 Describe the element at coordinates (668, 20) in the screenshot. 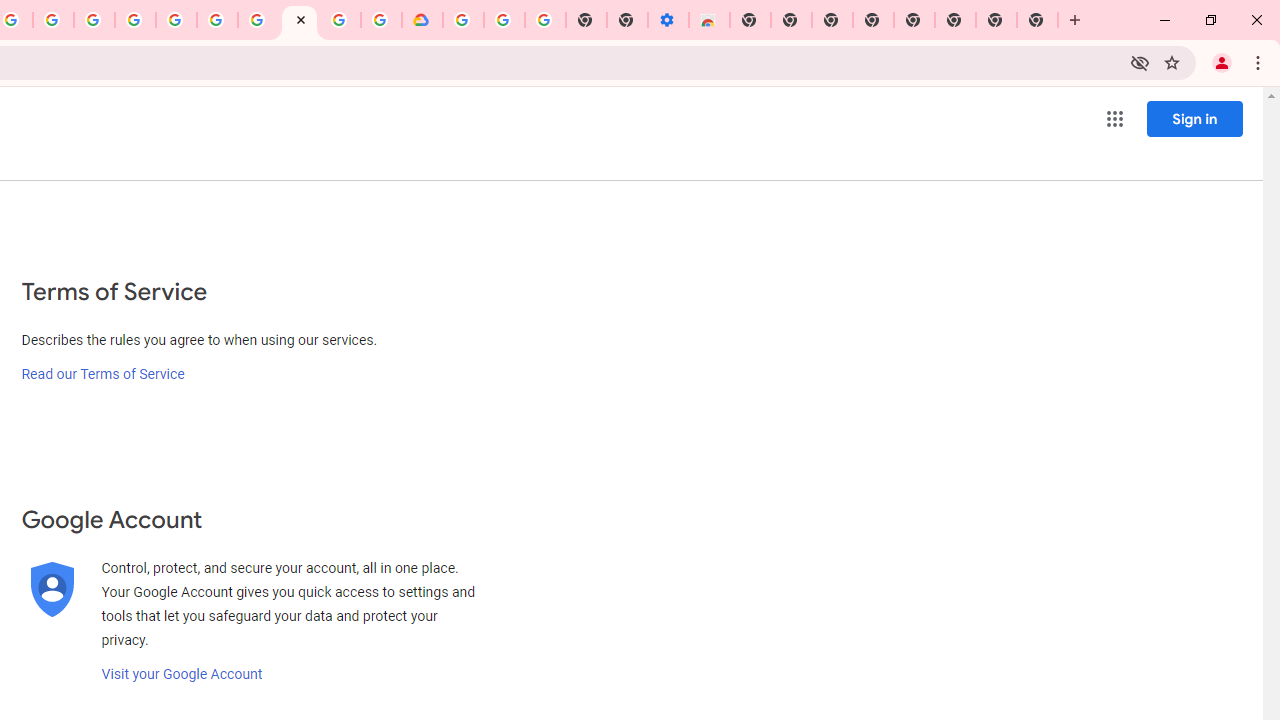

I see `'Settings - Accessibility'` at that location.